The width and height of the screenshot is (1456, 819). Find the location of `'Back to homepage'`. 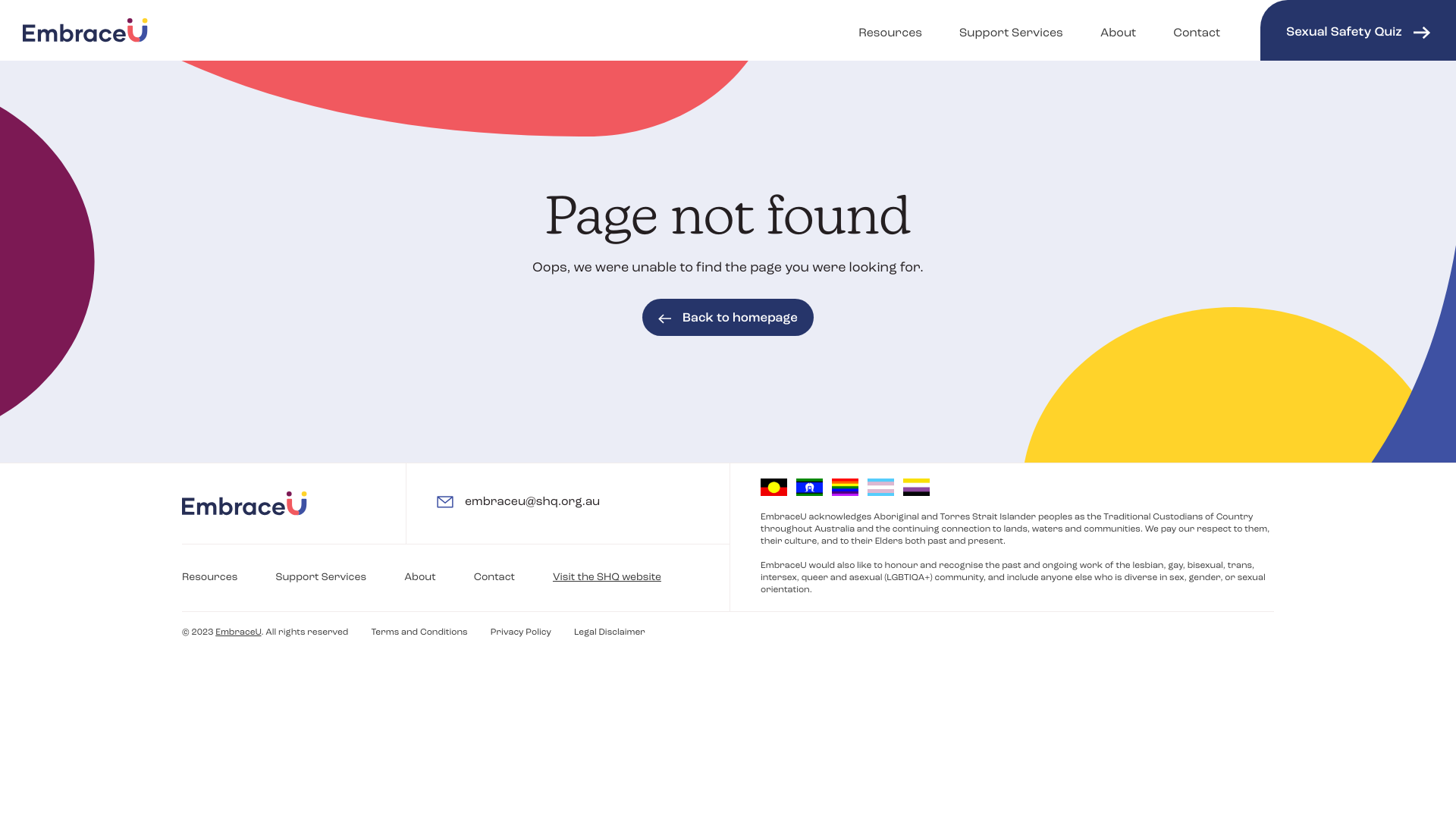

'Back to homepage' is located at coordinates (726, 317).